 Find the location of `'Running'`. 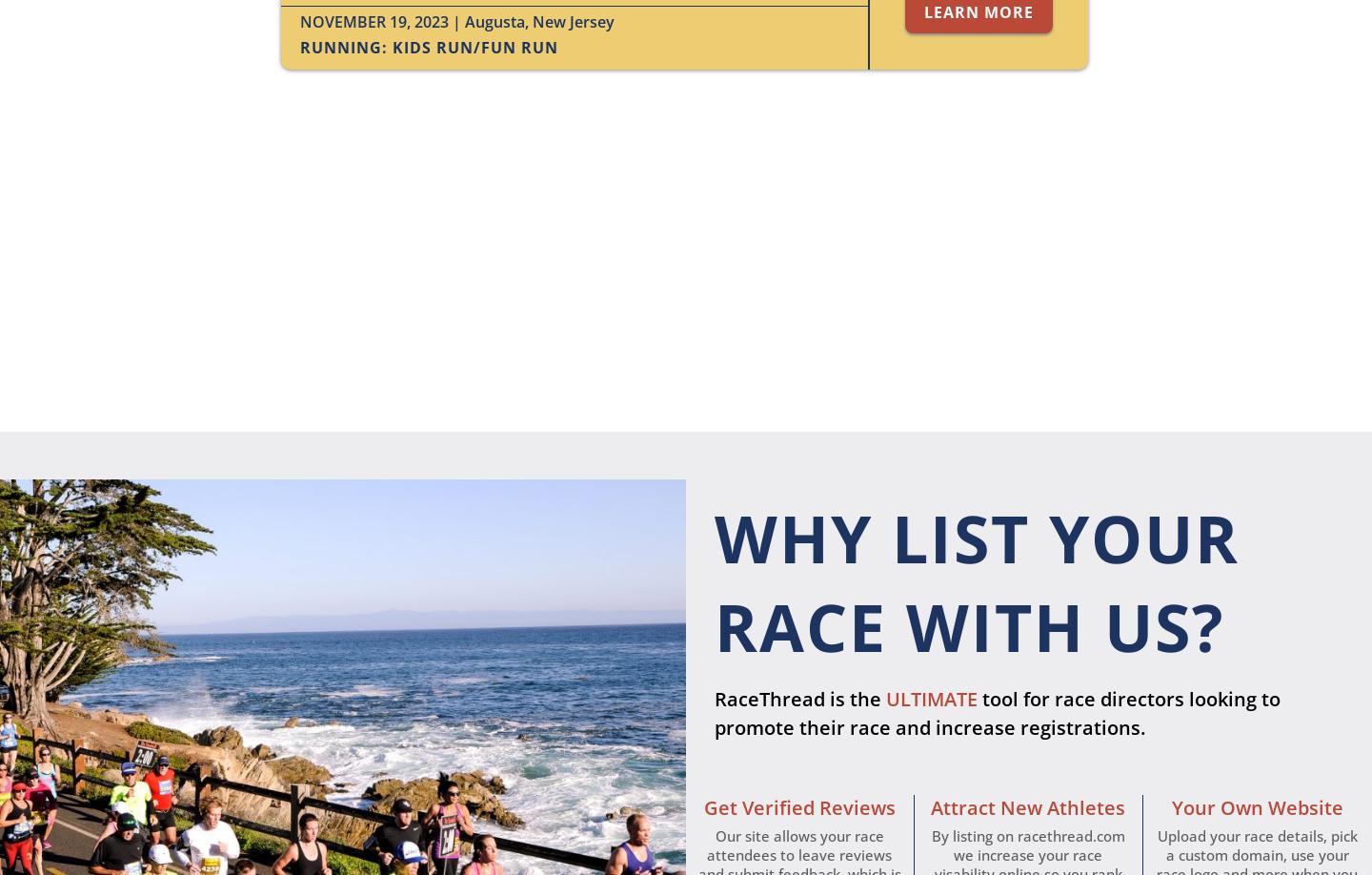

'Running' is located at coordinates (340, 48).